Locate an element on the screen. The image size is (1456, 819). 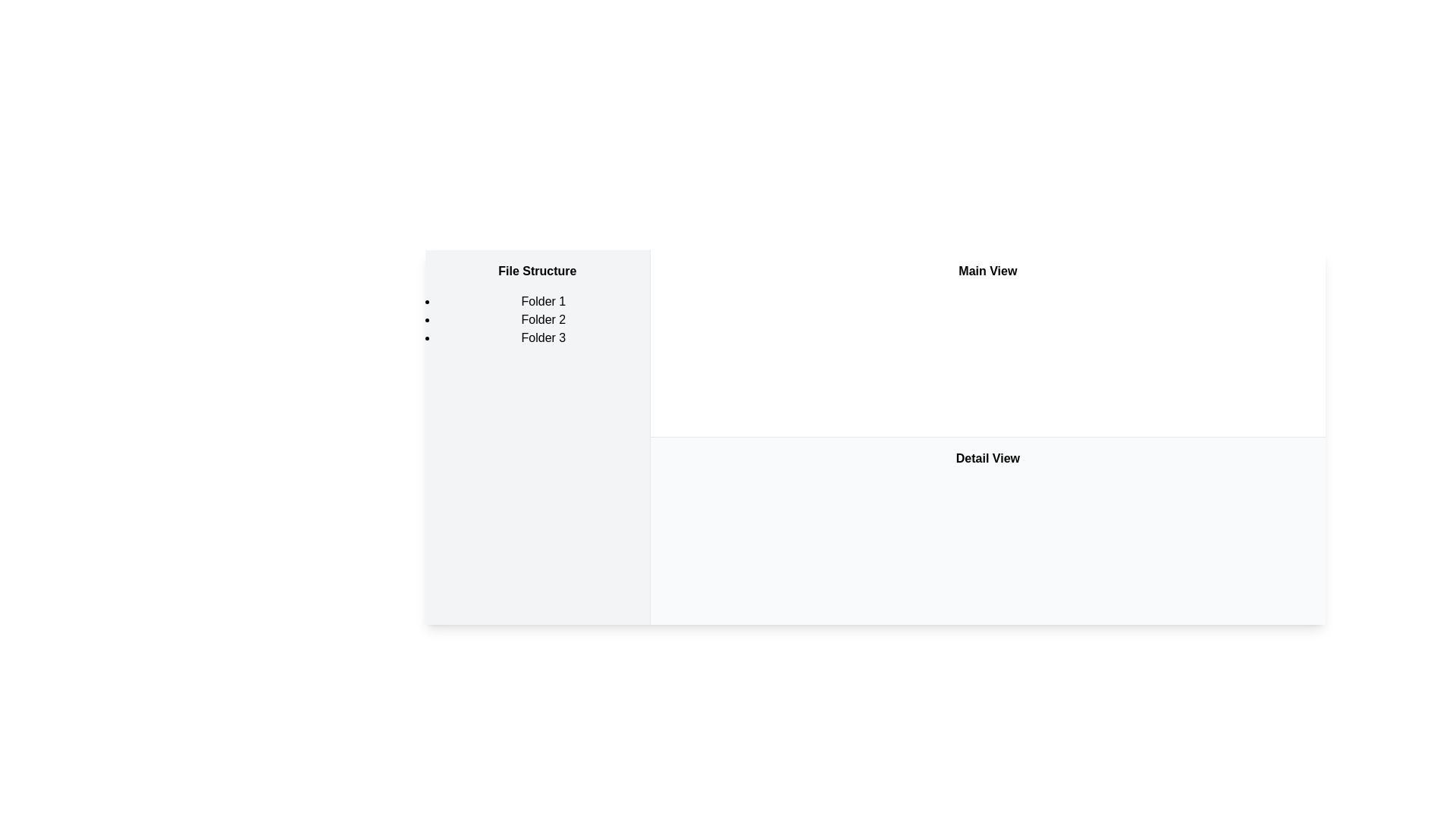
text content of the rectangular section with a white background labeled 'Detail View', located beneath the 'Main View' section is located at coordinates (987, 530).